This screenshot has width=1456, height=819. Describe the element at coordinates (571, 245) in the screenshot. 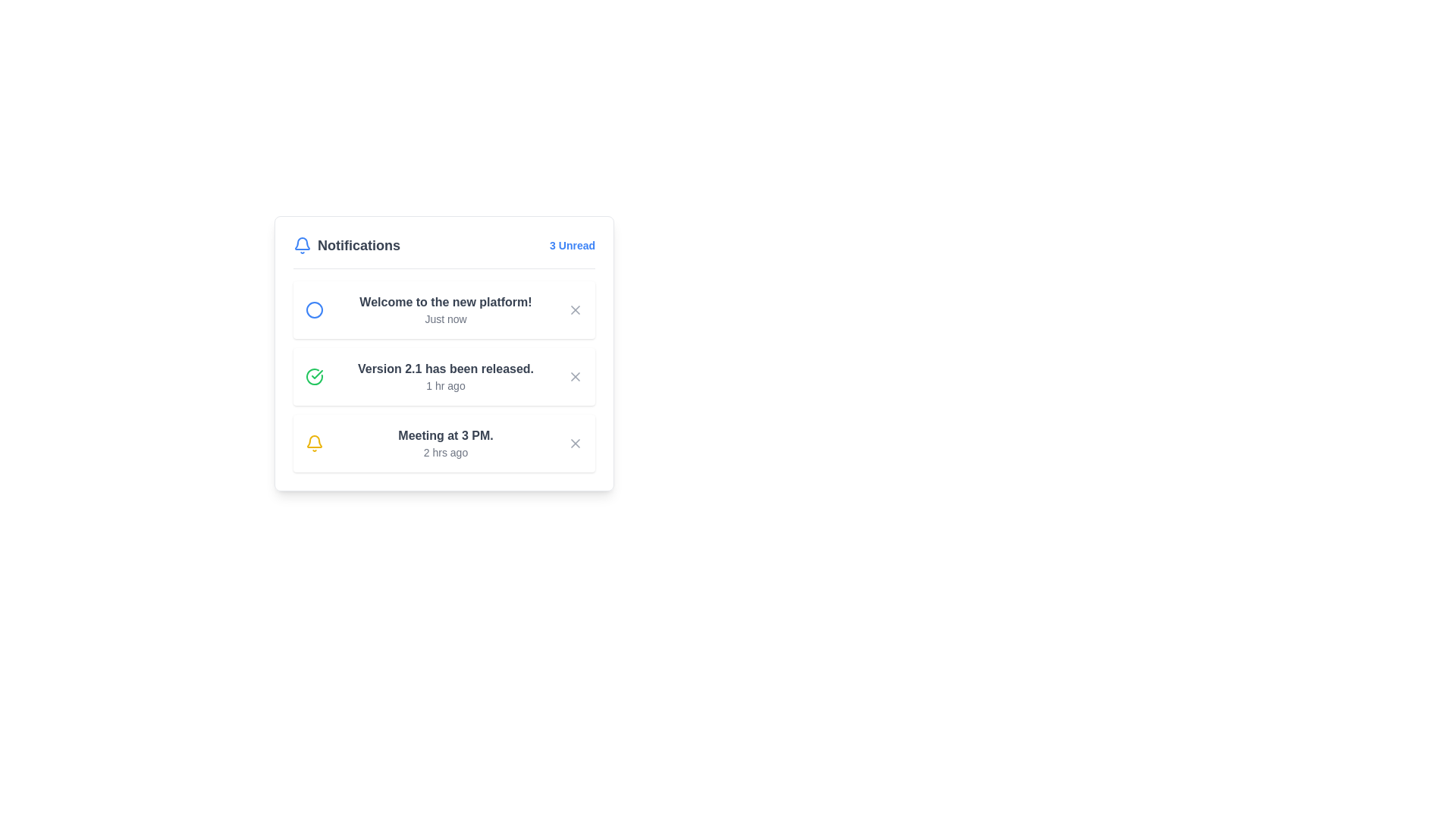

I see `the Text Label indicating the number of unread notifications located at the top-right corner of the 'Notifications' section` at that location.